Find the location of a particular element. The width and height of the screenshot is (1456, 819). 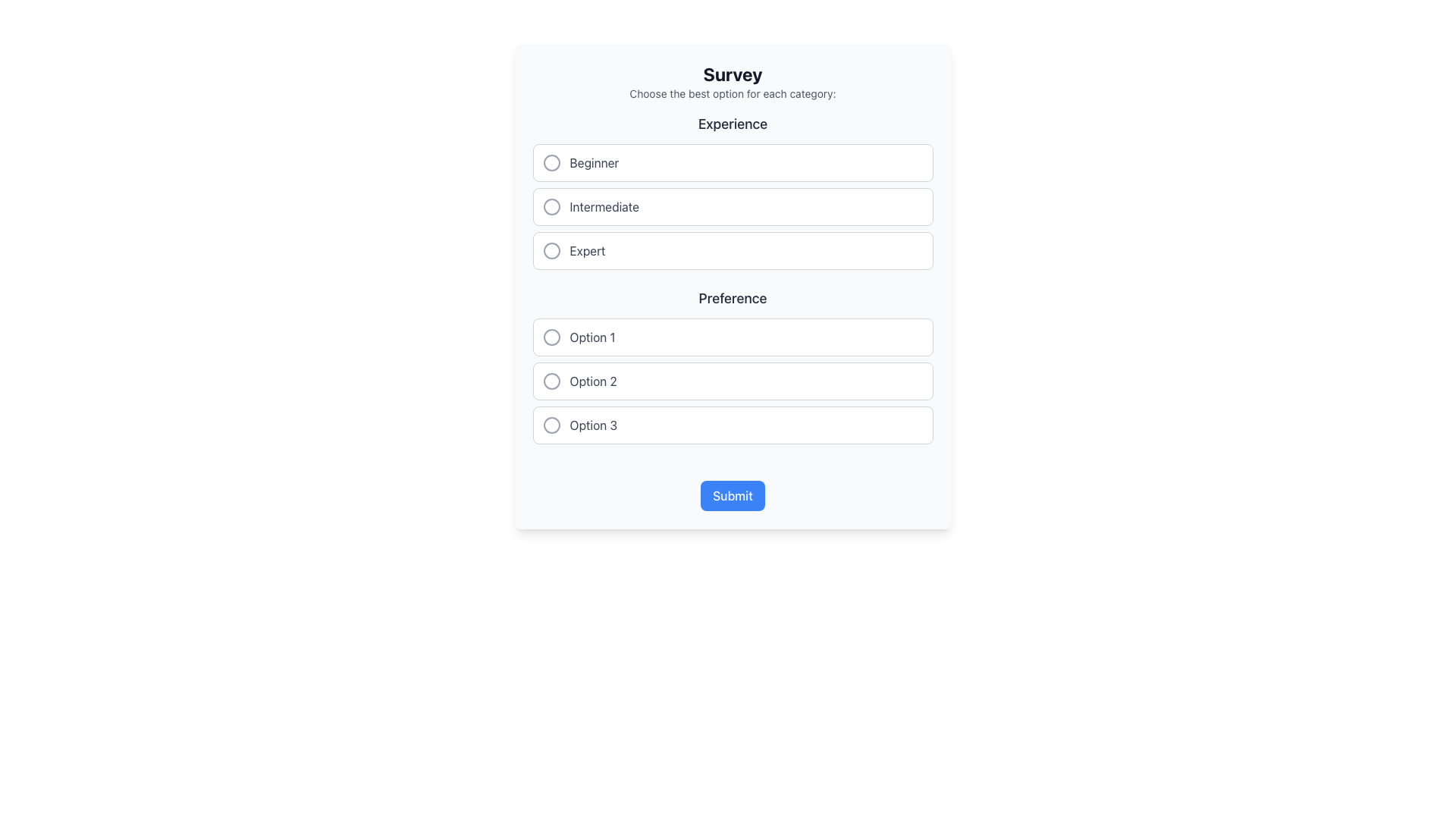

the informative text displaying the guidance message 'Choose the best option for each category:' located directly below the title 'Survey' is located at coordinates (733, 93).